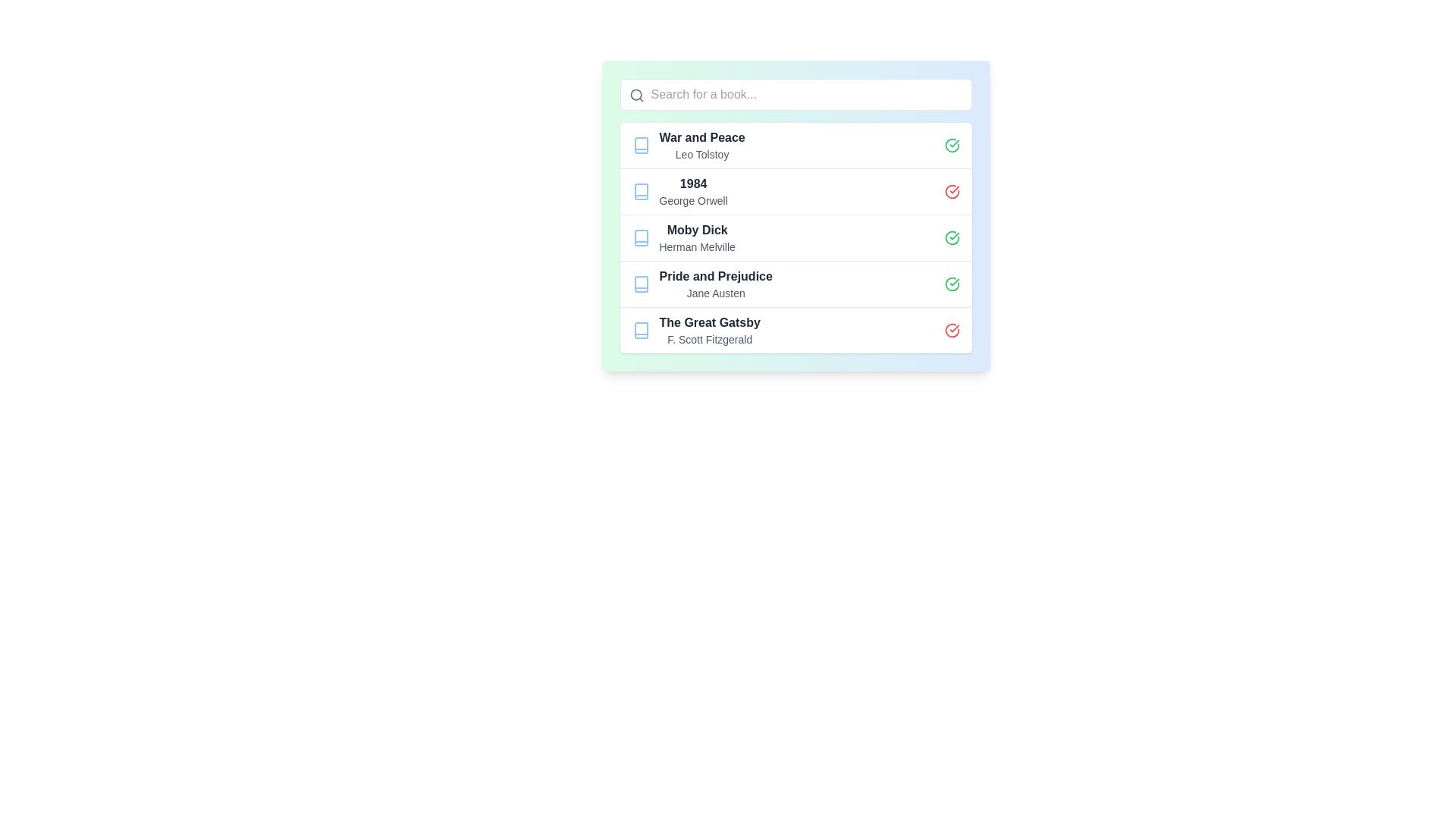 This screenshot has height=819, width=1456. Describe the element at coordinates (795, 190) in the screenshot. I see `the selectable list item for the book '1984' by George Orwell, located` at that location.